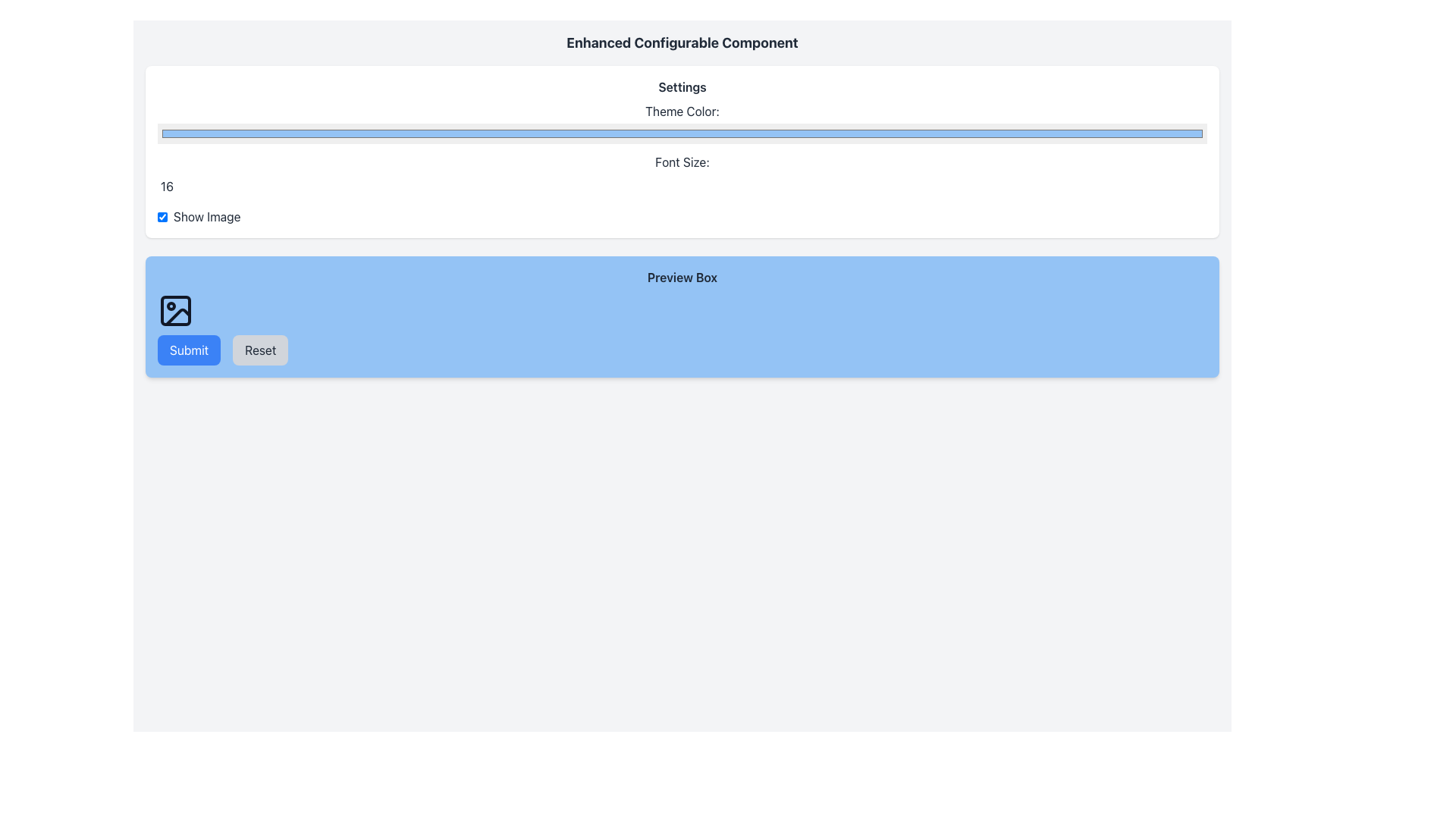  I want to click on displayed text of the header element that serves as the title for the settings section, positioned above the 'Theme Color', 'Font Size', and 'Show Image' fields, so click(682, 87).